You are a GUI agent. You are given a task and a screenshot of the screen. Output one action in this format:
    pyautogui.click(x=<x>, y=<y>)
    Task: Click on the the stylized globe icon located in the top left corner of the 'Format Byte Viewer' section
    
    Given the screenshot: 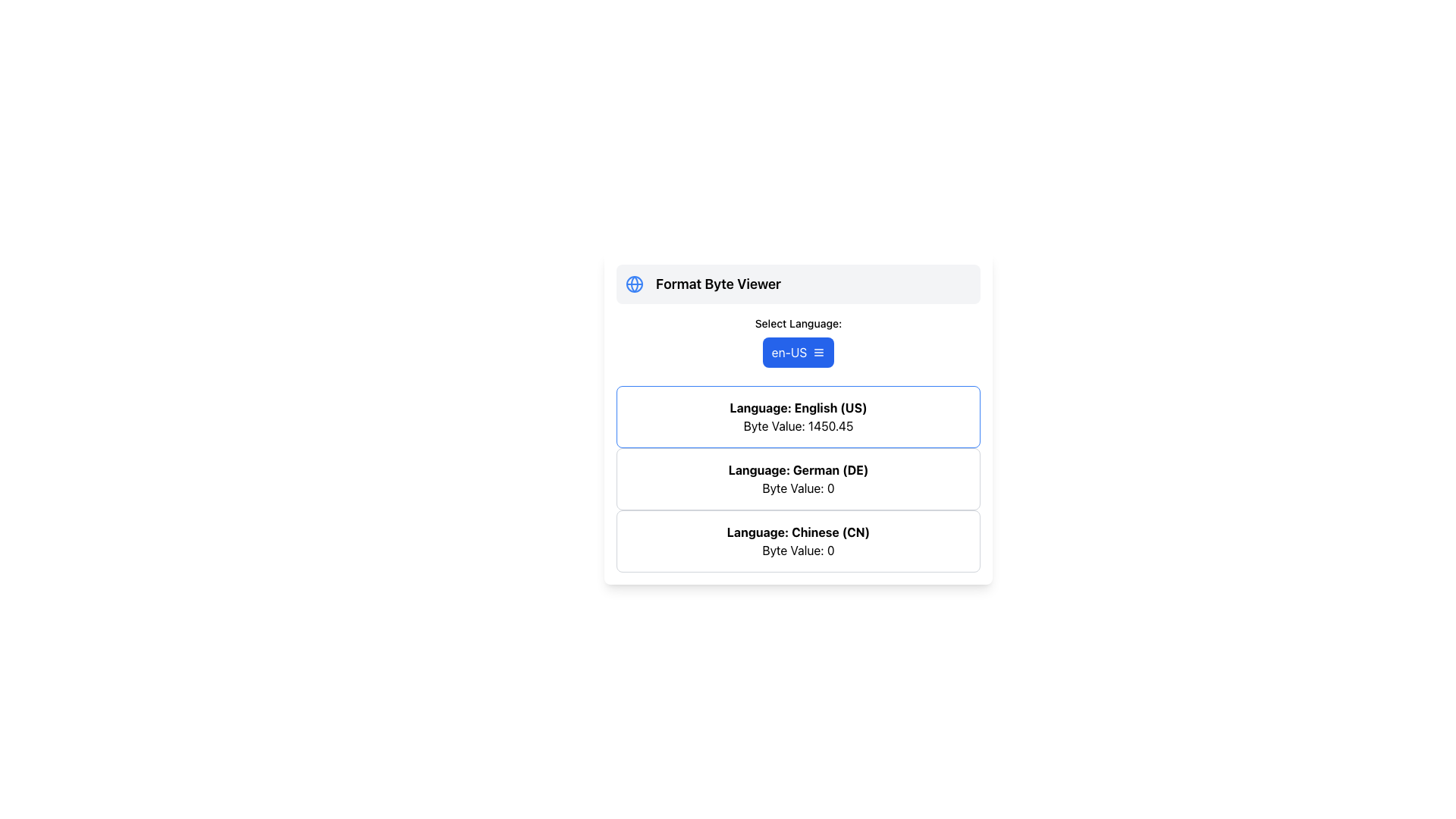 What is the action you would take?
    pyautogui.click(x=634, y=284)
    